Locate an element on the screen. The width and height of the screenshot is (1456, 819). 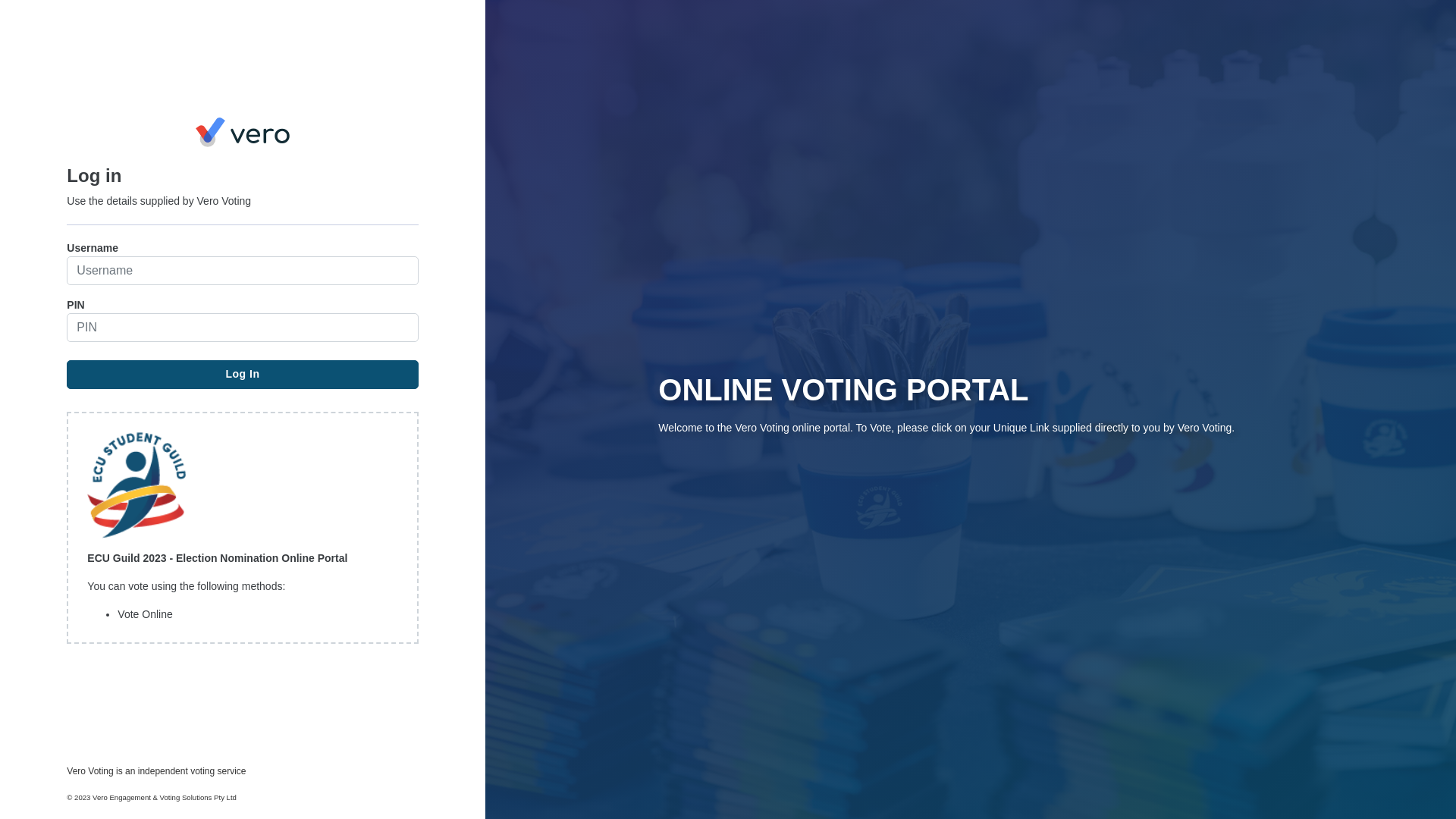
'Log In' is located at coordinates (241, 374).